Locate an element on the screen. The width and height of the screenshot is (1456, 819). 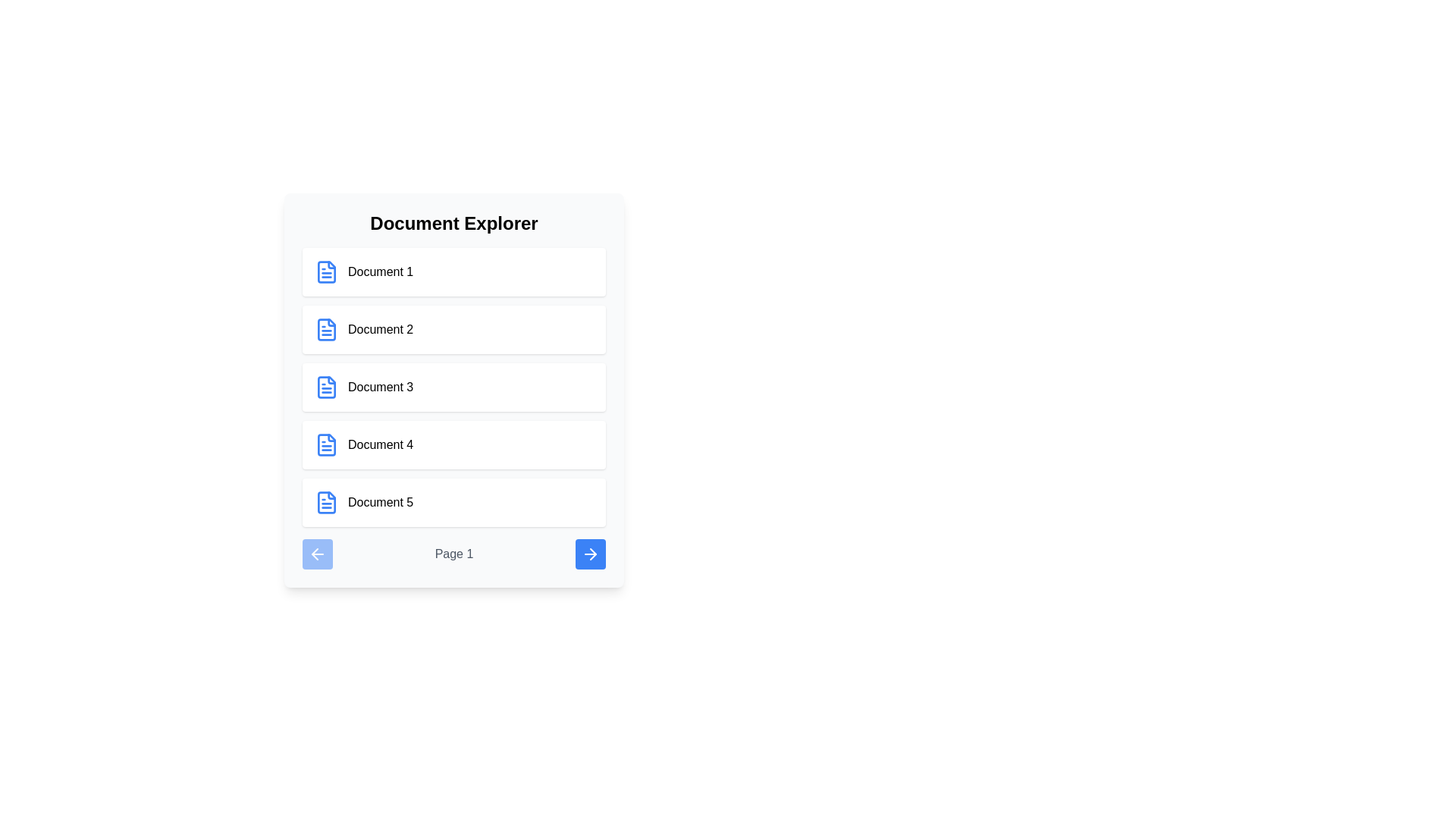
the document icon representing 'Document 2', which is located in the second list item of the interface, aligned horizontally left of the text is located at coordinates (326, 329).